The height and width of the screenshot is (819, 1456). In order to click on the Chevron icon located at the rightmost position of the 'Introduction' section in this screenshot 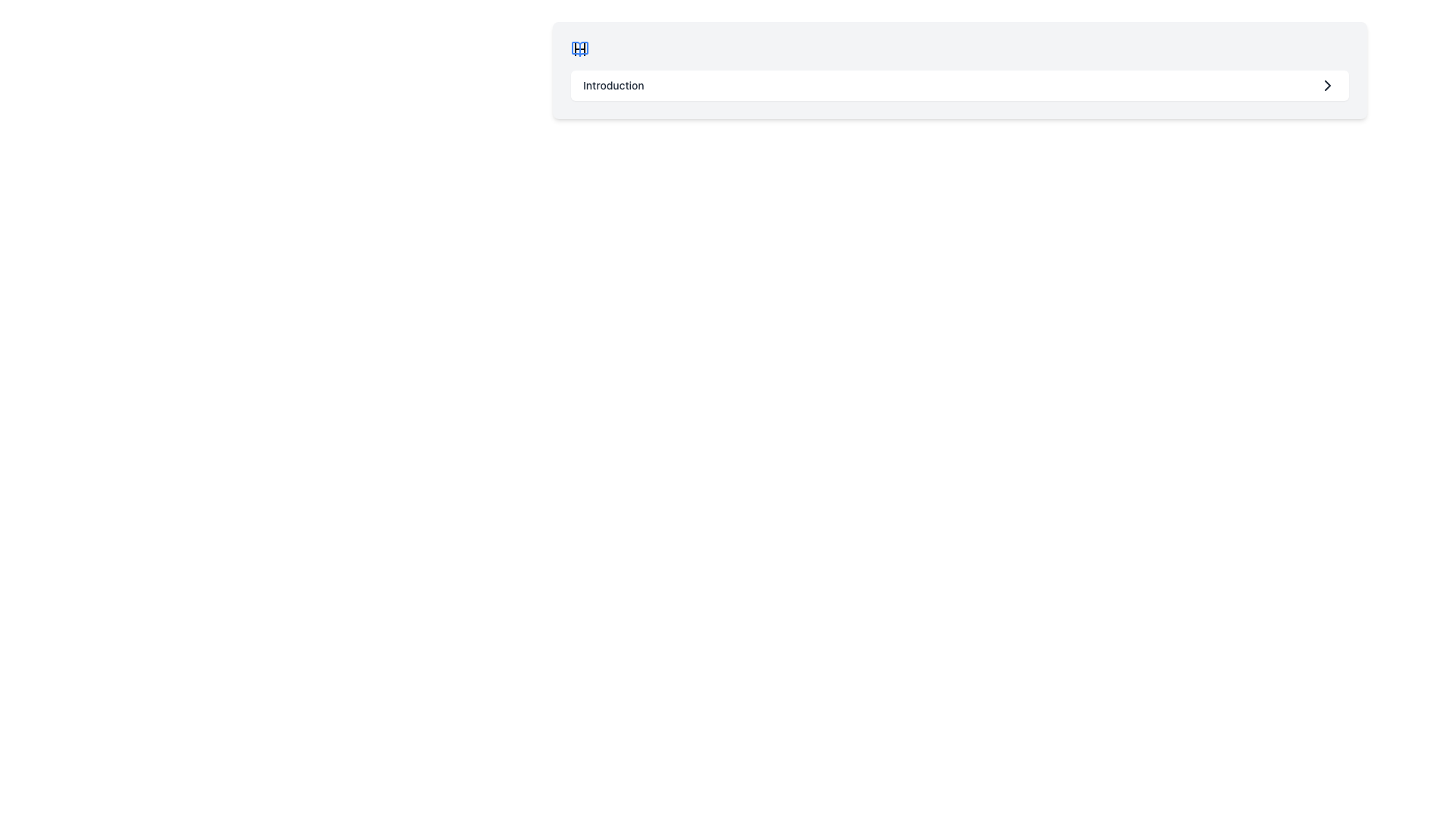, I will do `click(1327, 85)`.